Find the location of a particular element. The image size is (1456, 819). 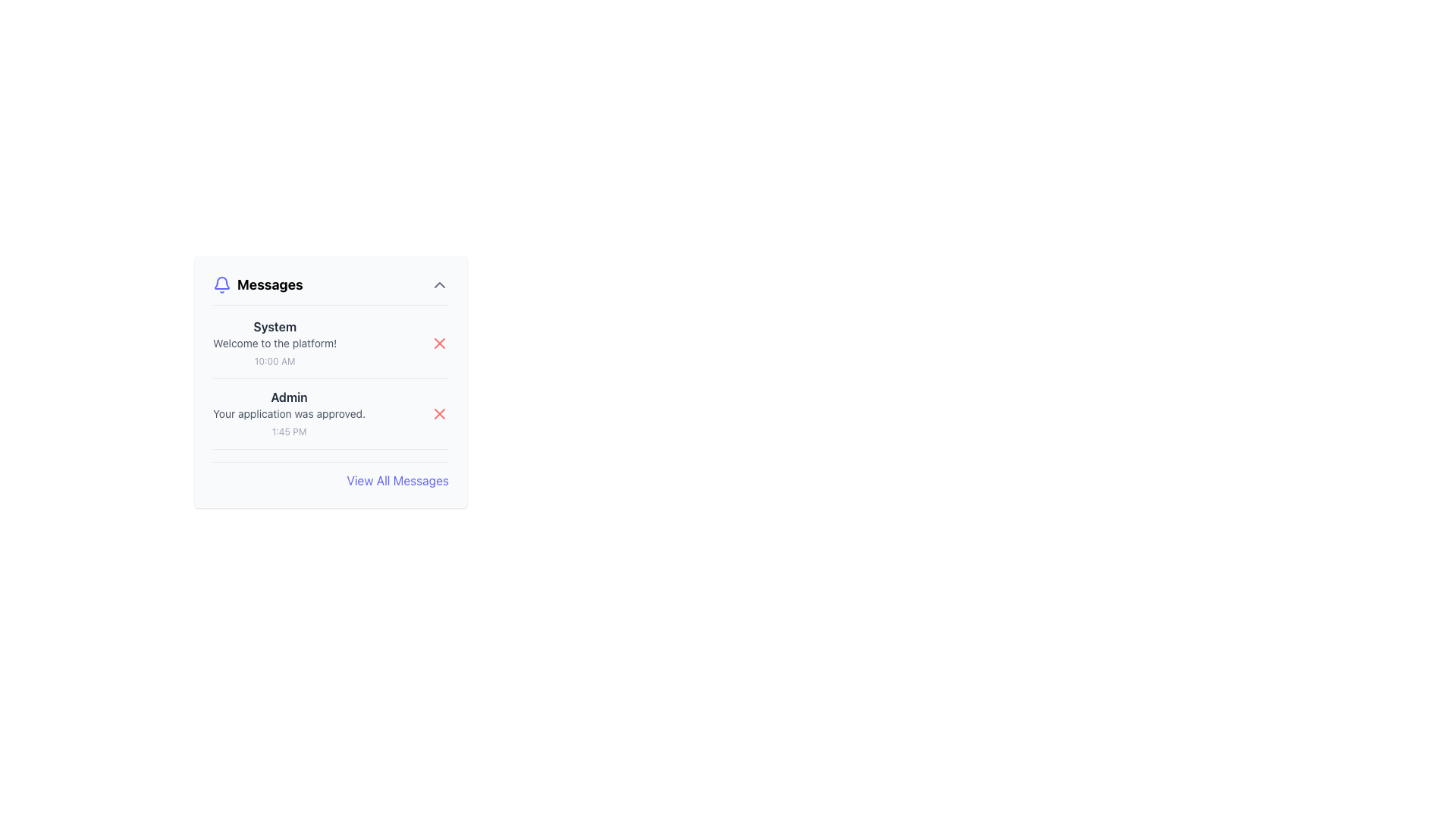

static text component displaying '1:45 PM' located at the bottom-right corner of the notification from 'Admin', beneath the message content 'Your application was approved.' is located at coordinates (289, 431).